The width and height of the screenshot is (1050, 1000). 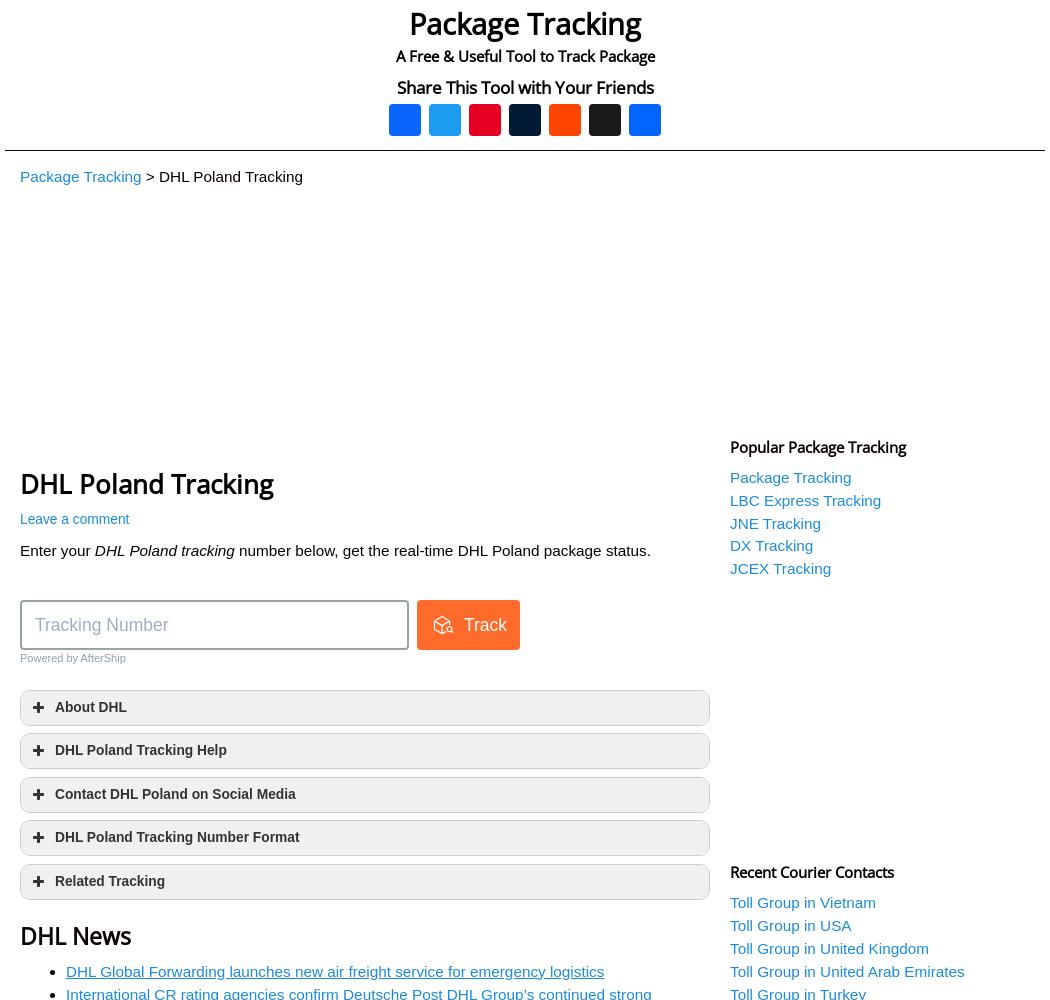 I want to click on 'Toll Group in United Arab Emirates', so click(x=847, y=970).